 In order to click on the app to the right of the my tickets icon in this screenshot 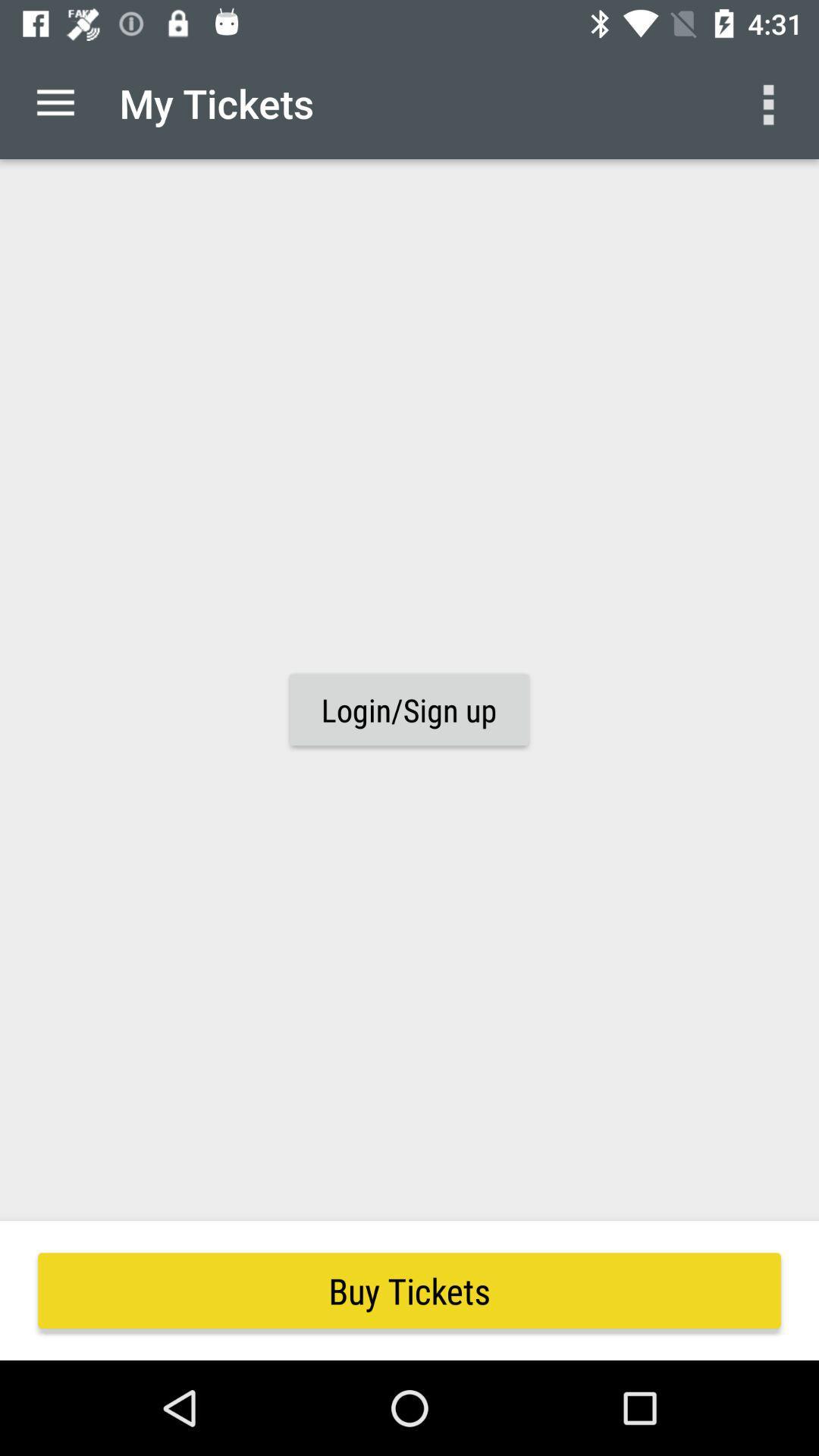, I will do `click(771, 102)`.